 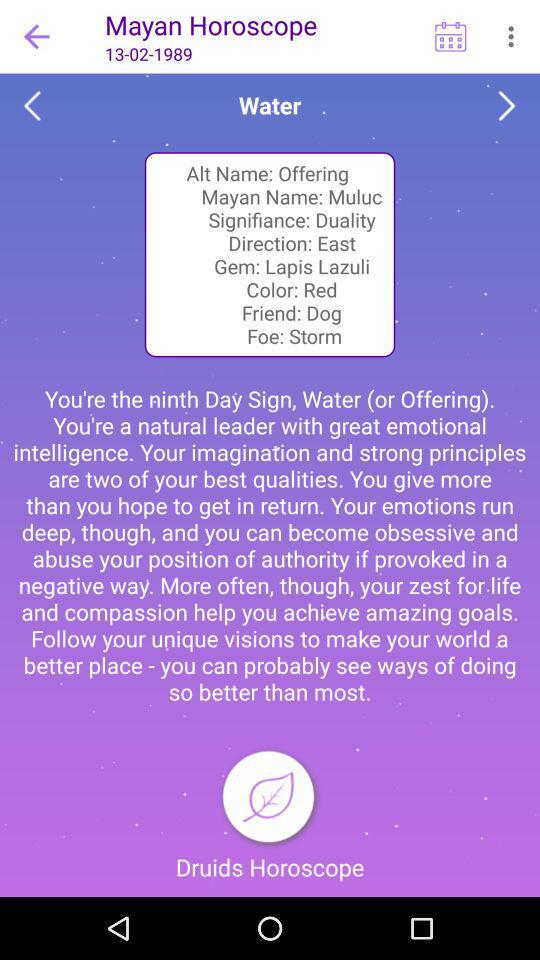 What do you see at coordinates (31, 106) in the screenshot?
I see `the arrow_backward icon` at bounding box center [31, 106].